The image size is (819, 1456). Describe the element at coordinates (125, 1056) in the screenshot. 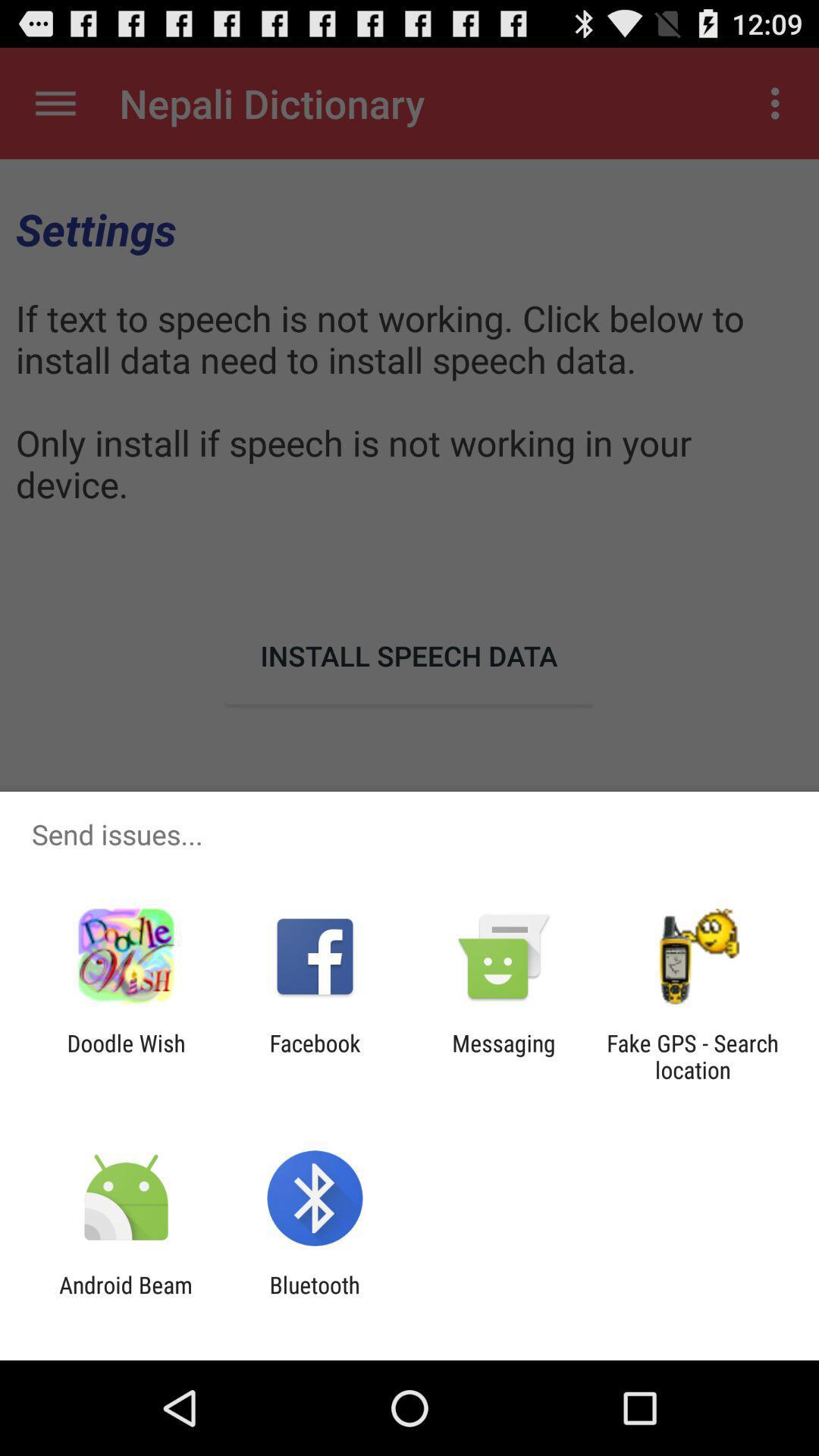

I see `the doodle wish icon` at that location.